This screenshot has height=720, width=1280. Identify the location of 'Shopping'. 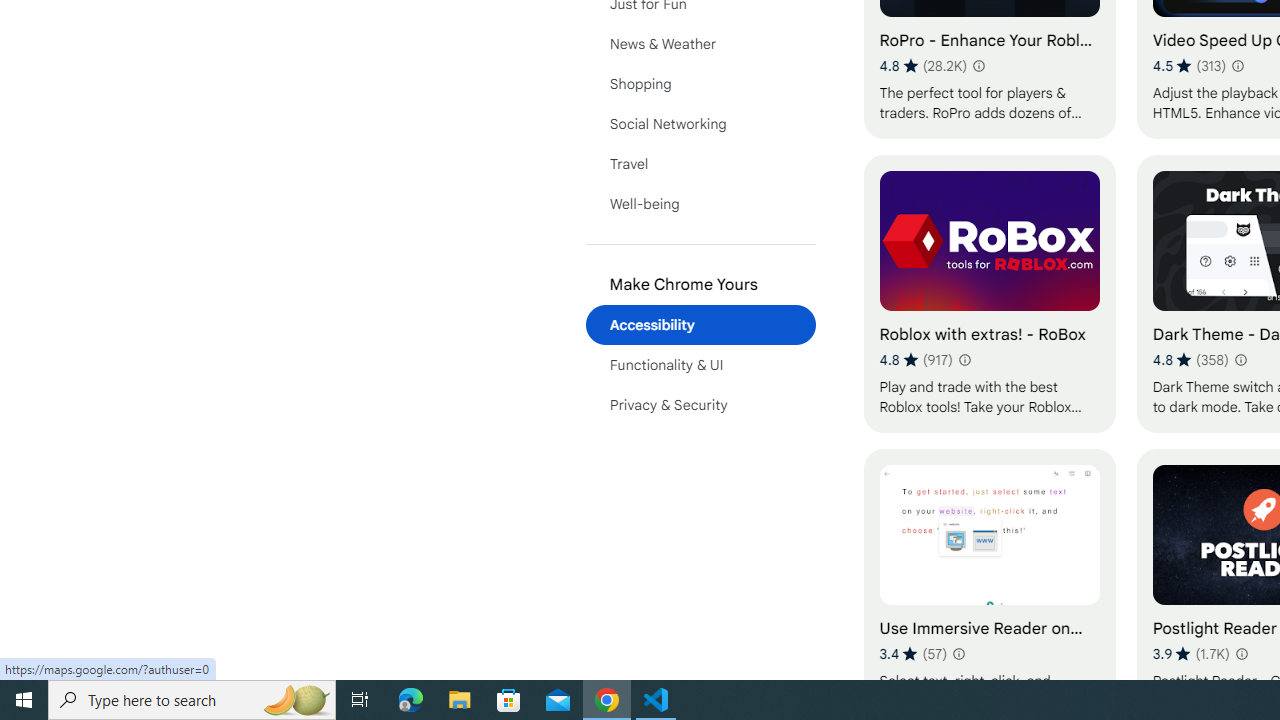
(700, 82).